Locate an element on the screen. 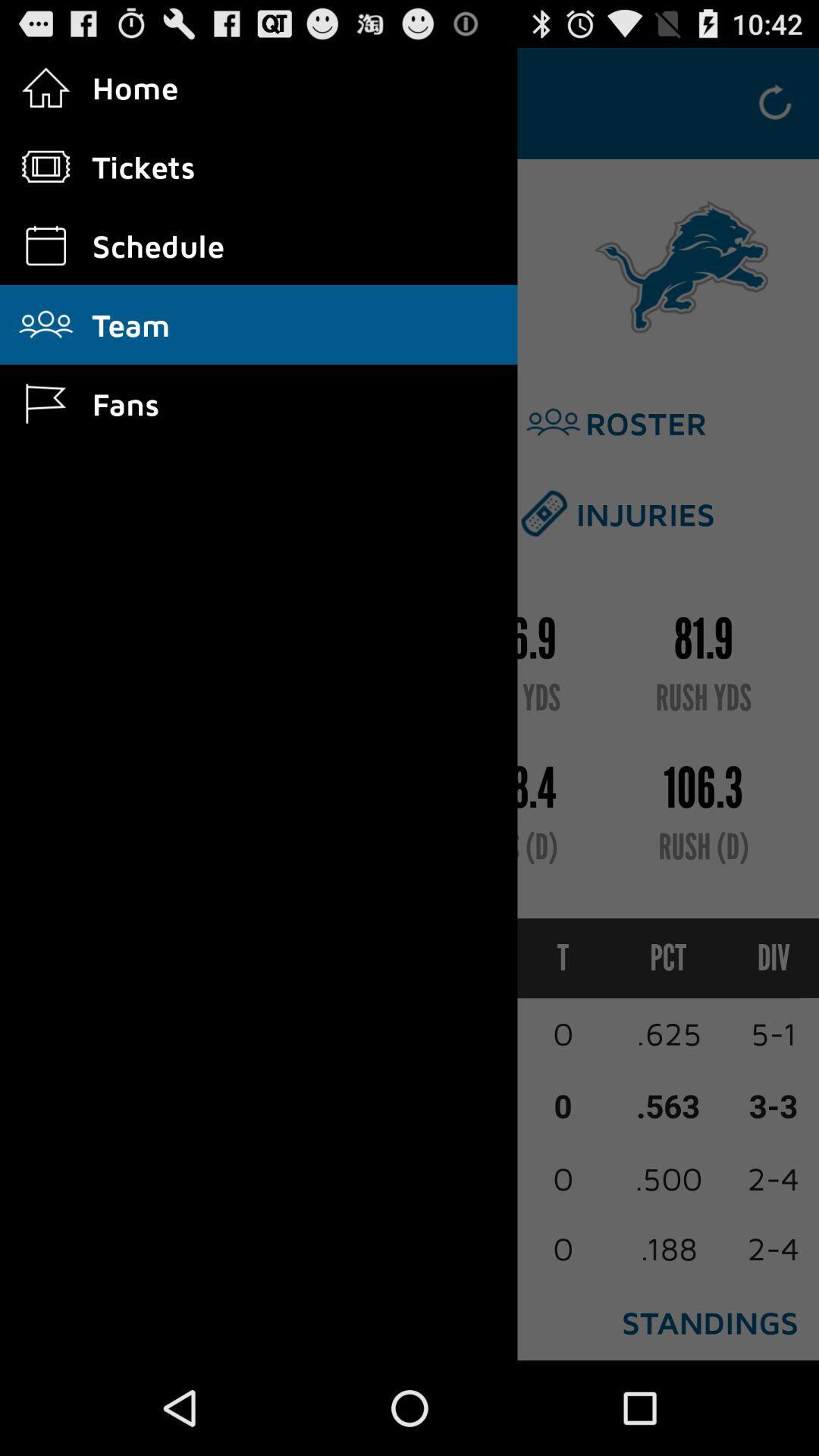 This screenshot has height=1456, width=819. div is located at coordinates (760, 957).